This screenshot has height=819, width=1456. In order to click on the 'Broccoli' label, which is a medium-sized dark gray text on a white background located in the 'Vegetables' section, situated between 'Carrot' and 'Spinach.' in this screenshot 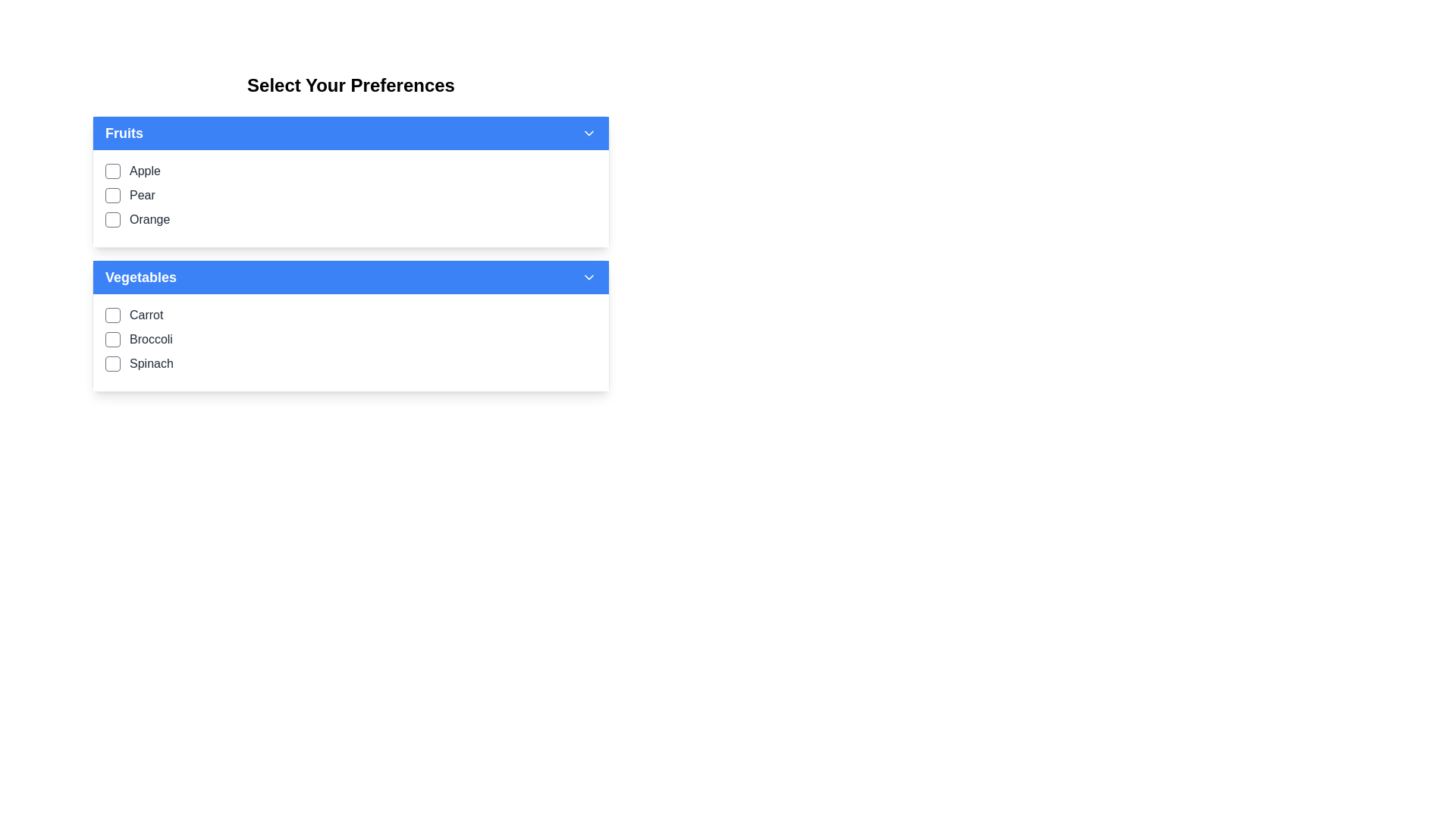, I will do `click(151, 338)`.